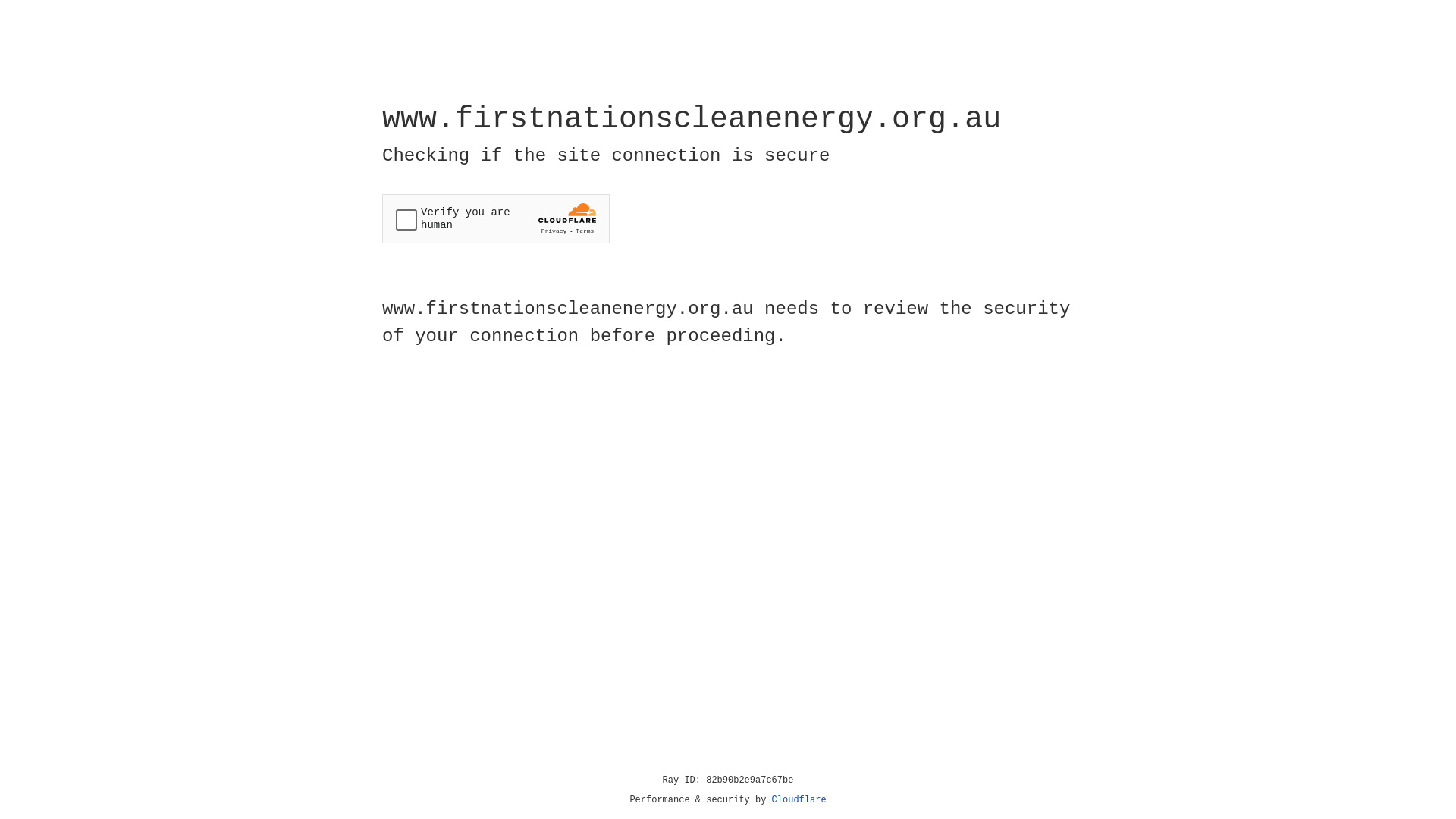 Image resolution: width=1456 pixels, height=819 pixels. Describe the element at coordinates (799, 799) in the screenshot. I see `'Cloudflare'` at that location.